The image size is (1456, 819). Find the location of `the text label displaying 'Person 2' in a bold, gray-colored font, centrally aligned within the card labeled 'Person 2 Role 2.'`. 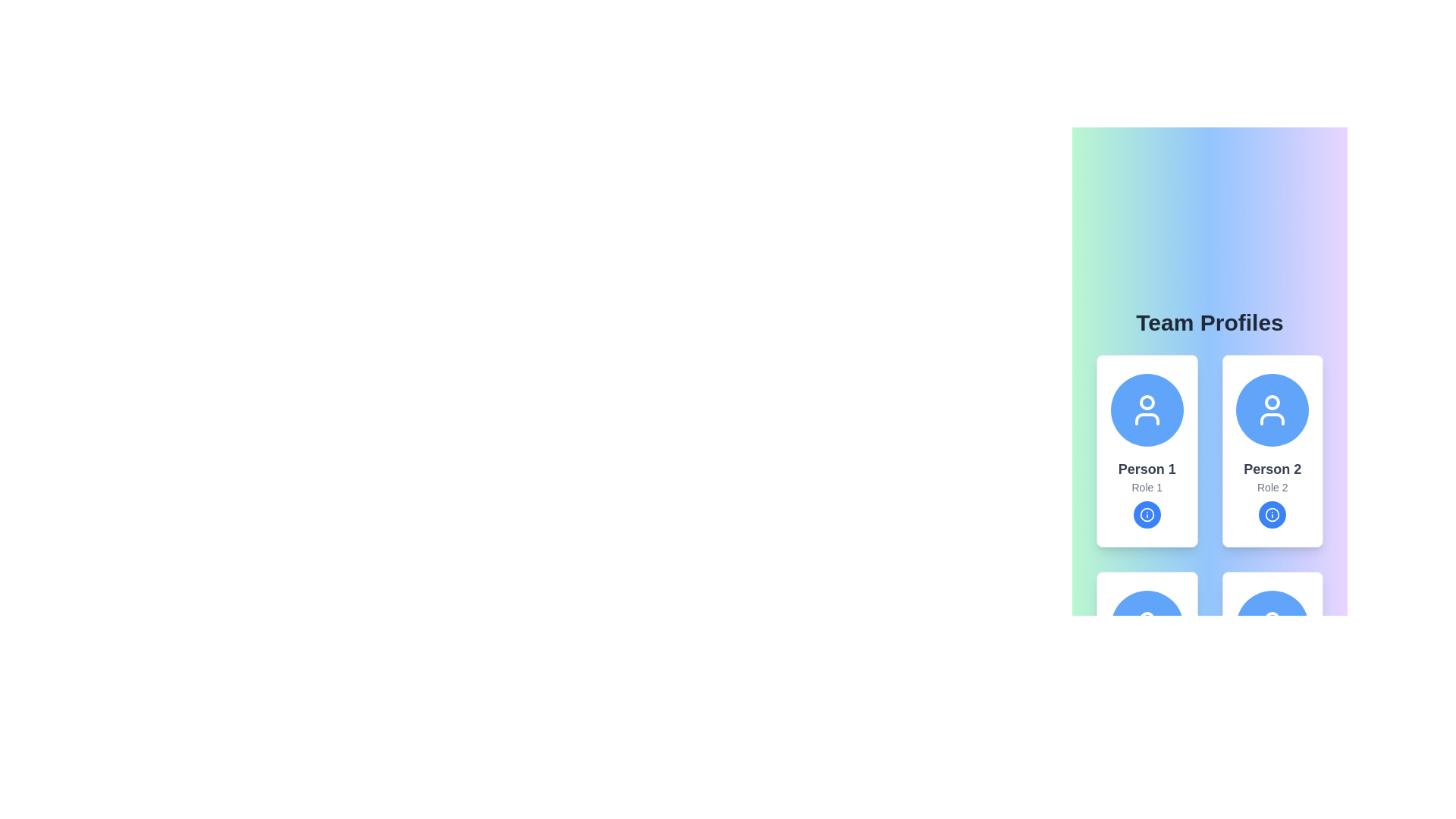

the text label displaying 'Person 2' in a bold, gray-colored font, centrally aligned within the card labeled 'Person 2 Role 2.' is located at coordinates (1272, 468).